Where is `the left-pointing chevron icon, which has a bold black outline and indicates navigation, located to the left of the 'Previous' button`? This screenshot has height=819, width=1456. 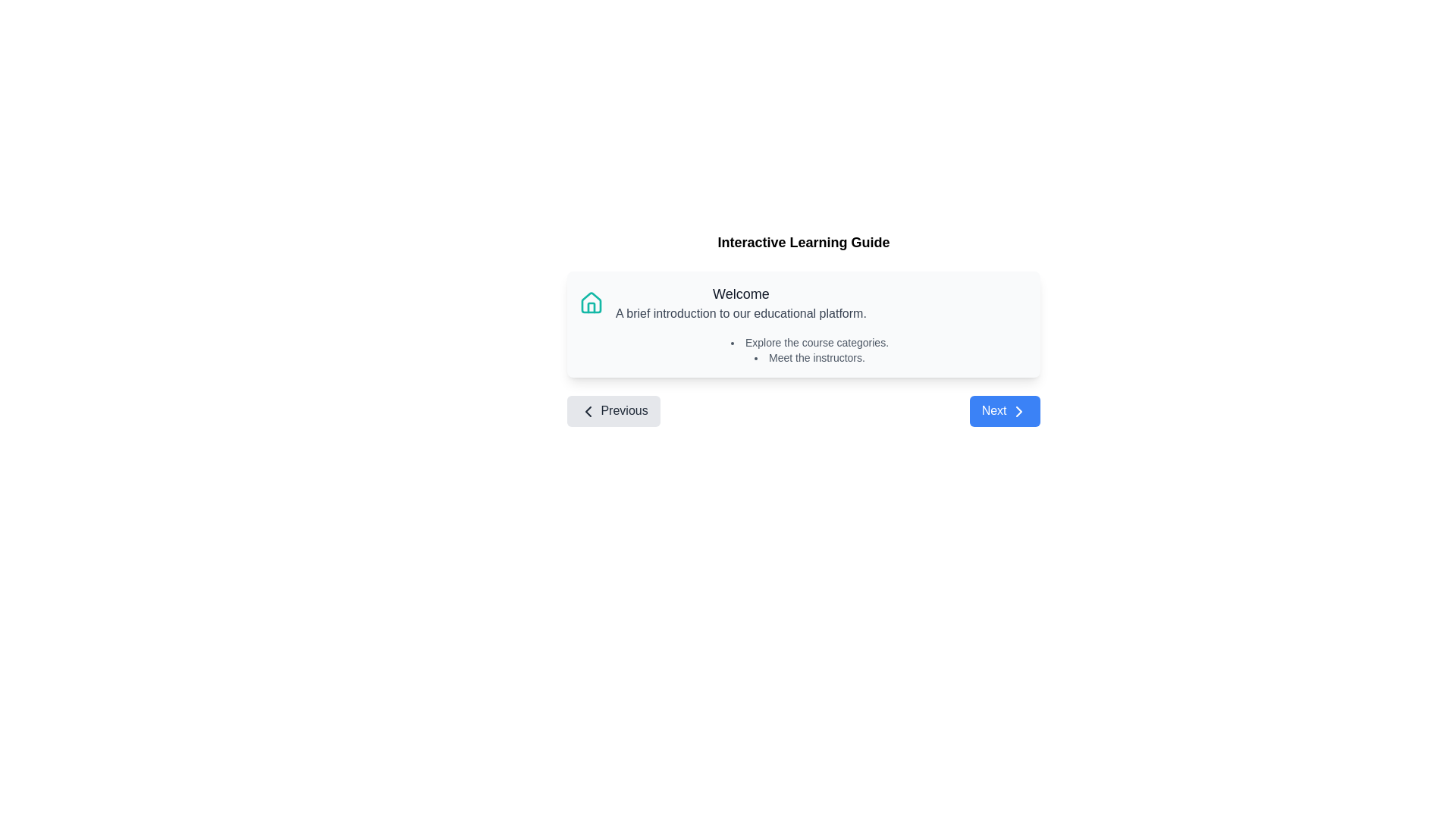
the left-pointing chevron icon, which has a bold black outline and indicates navigation, located to the left of the 'Previous' button is located at coordinates (588, 411).